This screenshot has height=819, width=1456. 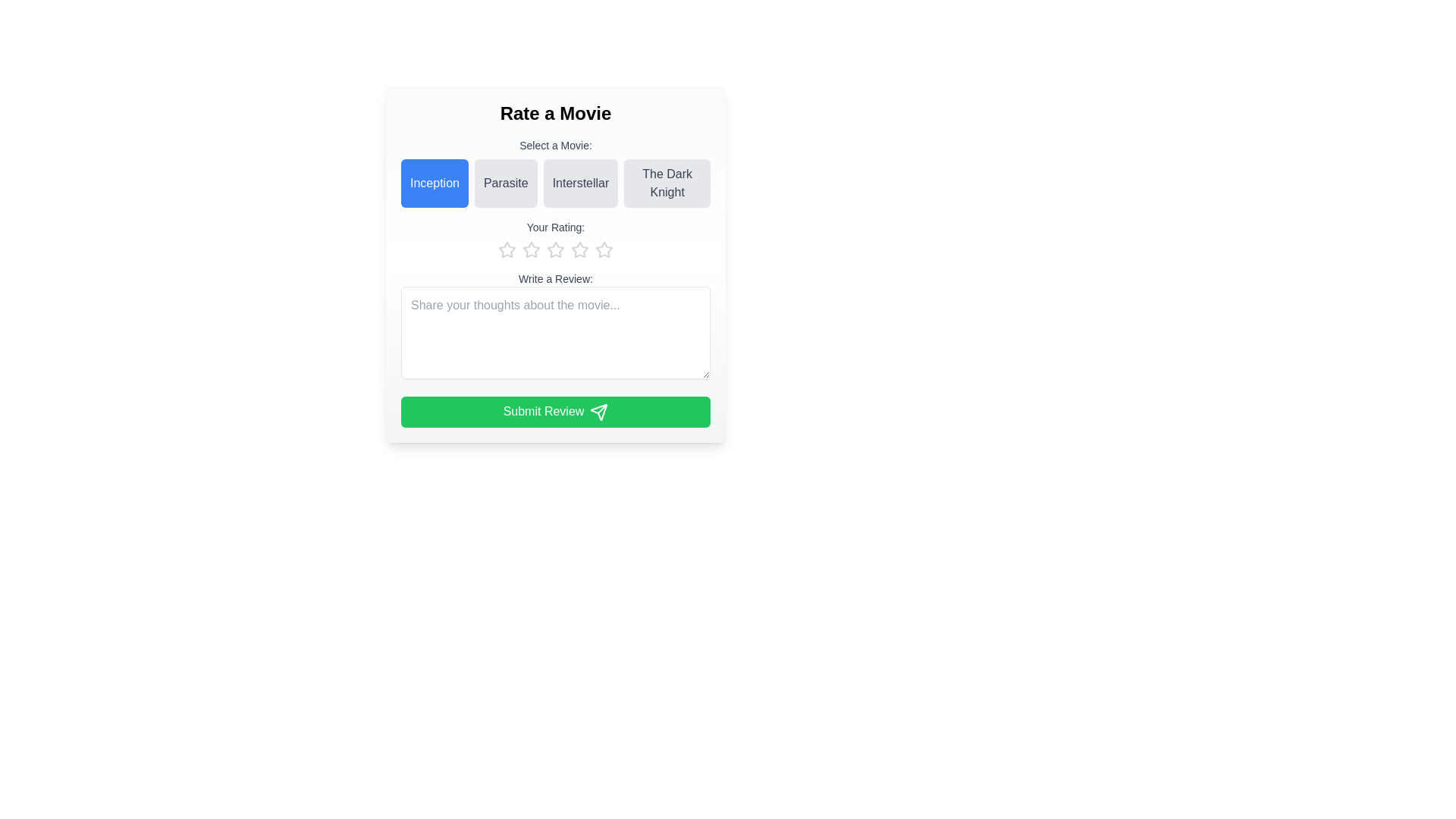 What do you see at coordinates (555, 239) in the screenshot?
I see `an individual star in the rating control section labeled 'Your Rating:' to provide a rating` at bounding box center [555, 239].